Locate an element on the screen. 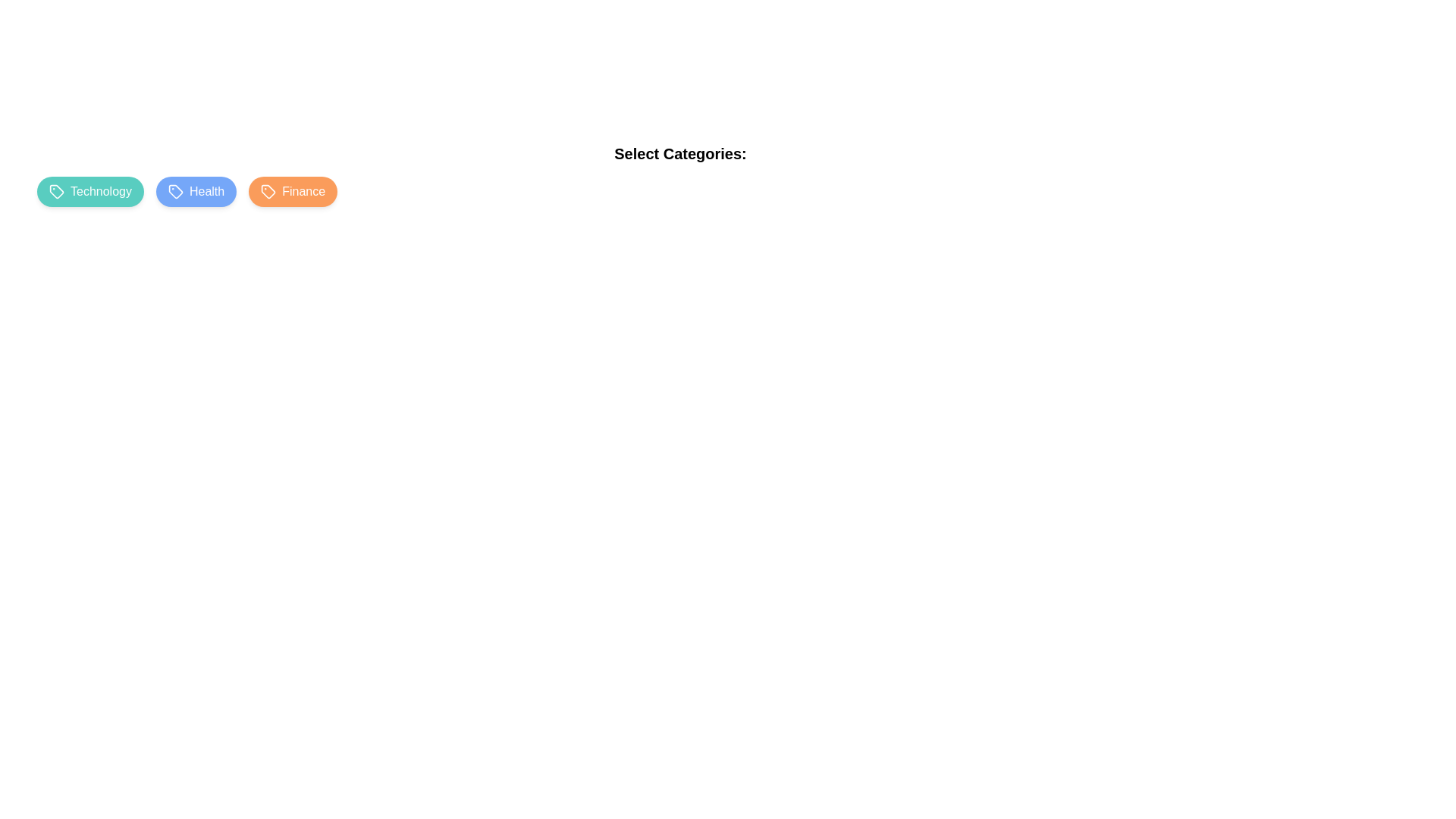 This screenshot has height=819, width=1456. the category chip Finance is located at coordinates (293, 191).